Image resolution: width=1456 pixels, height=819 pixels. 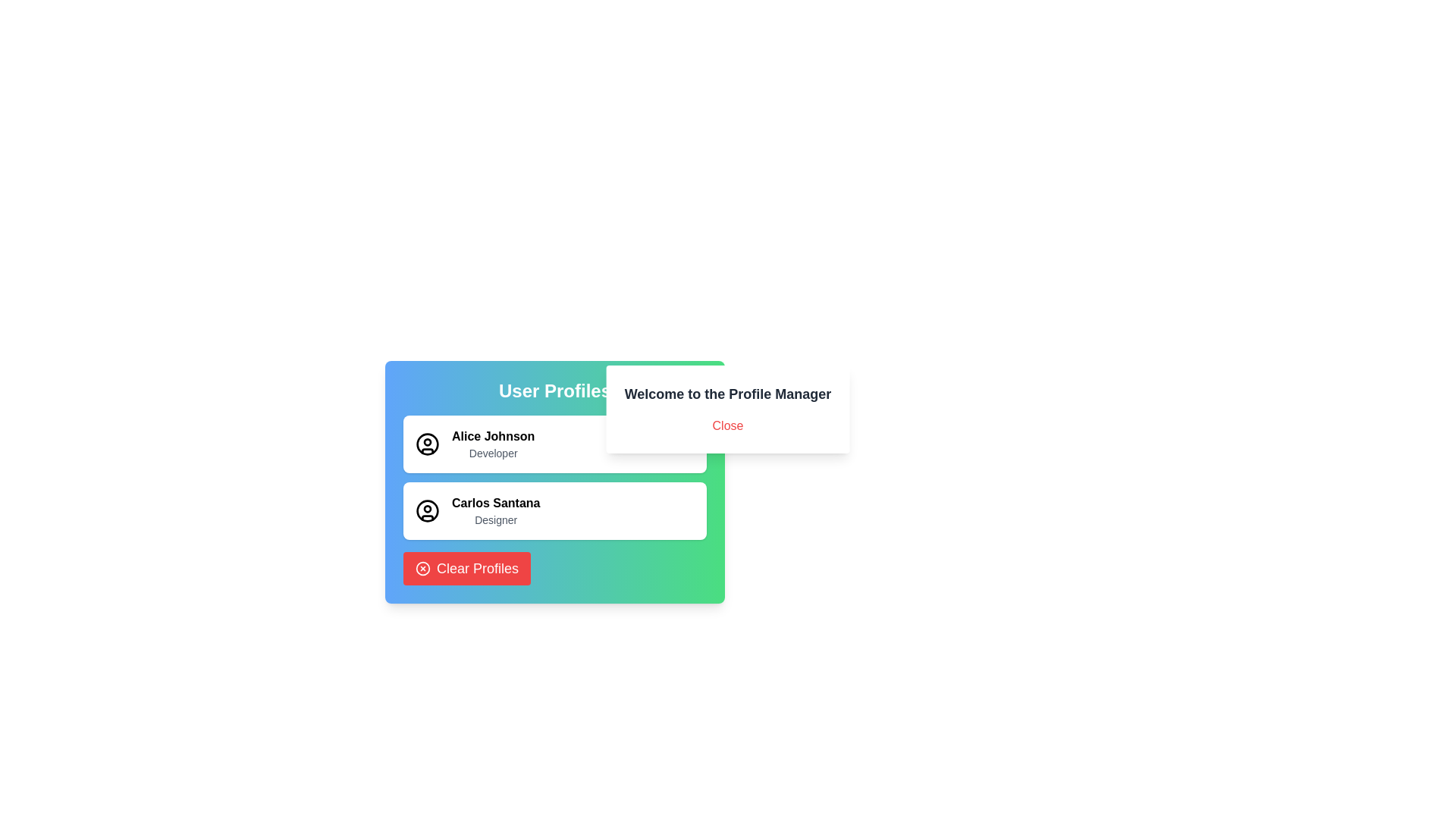 I want to click on the 'Close' button, which is a red text element indicating a warning, located at the bottom-right of the modal dialog box, so click(x=728, y=426).